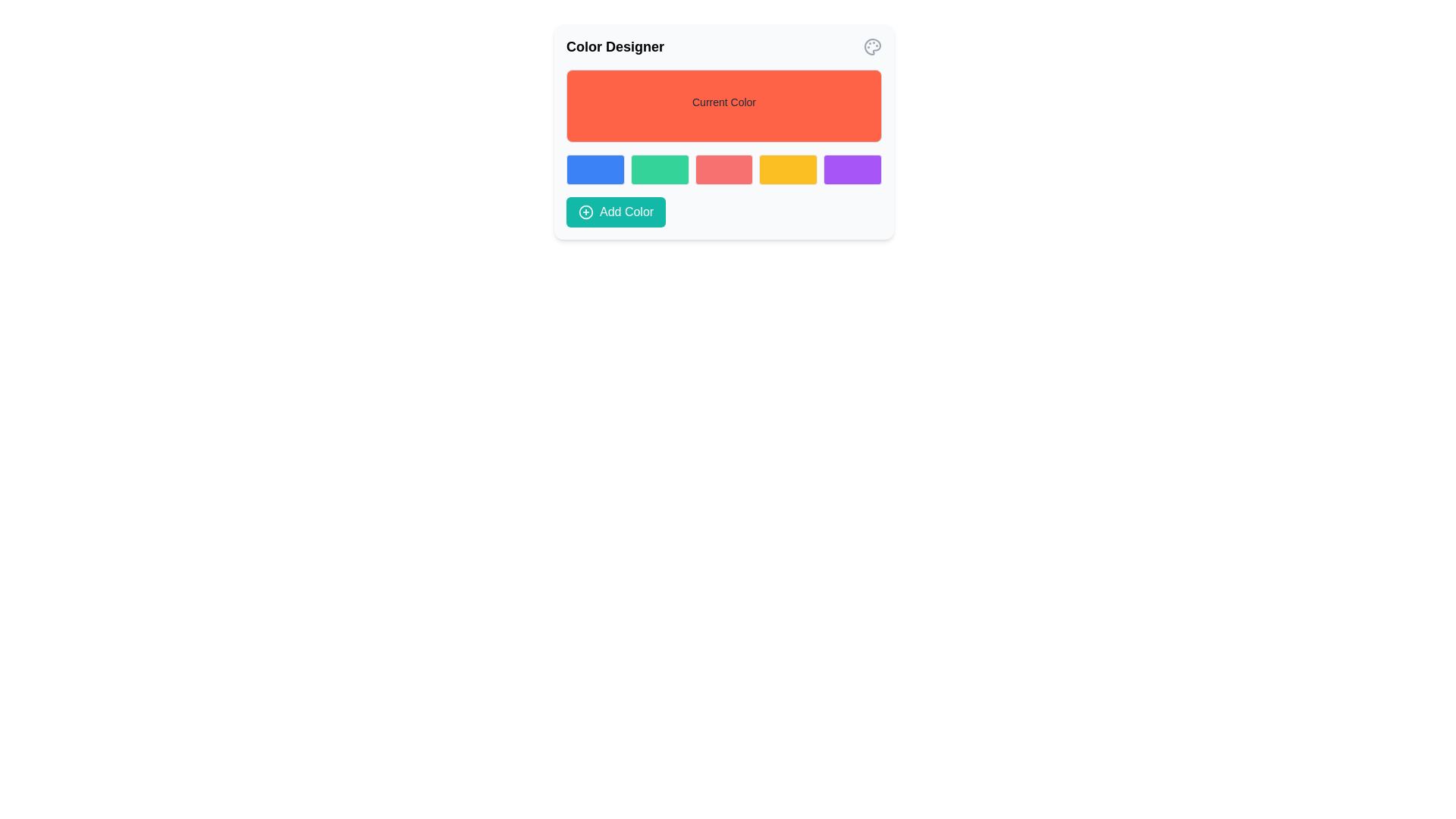 The image size is (1456, 819). What do you see at coordinates (723, 169) in the screenshot?
I see `third light red button with rounded corners located below the 'Current Color' label for additional properties` at bounding box center [723, 169].